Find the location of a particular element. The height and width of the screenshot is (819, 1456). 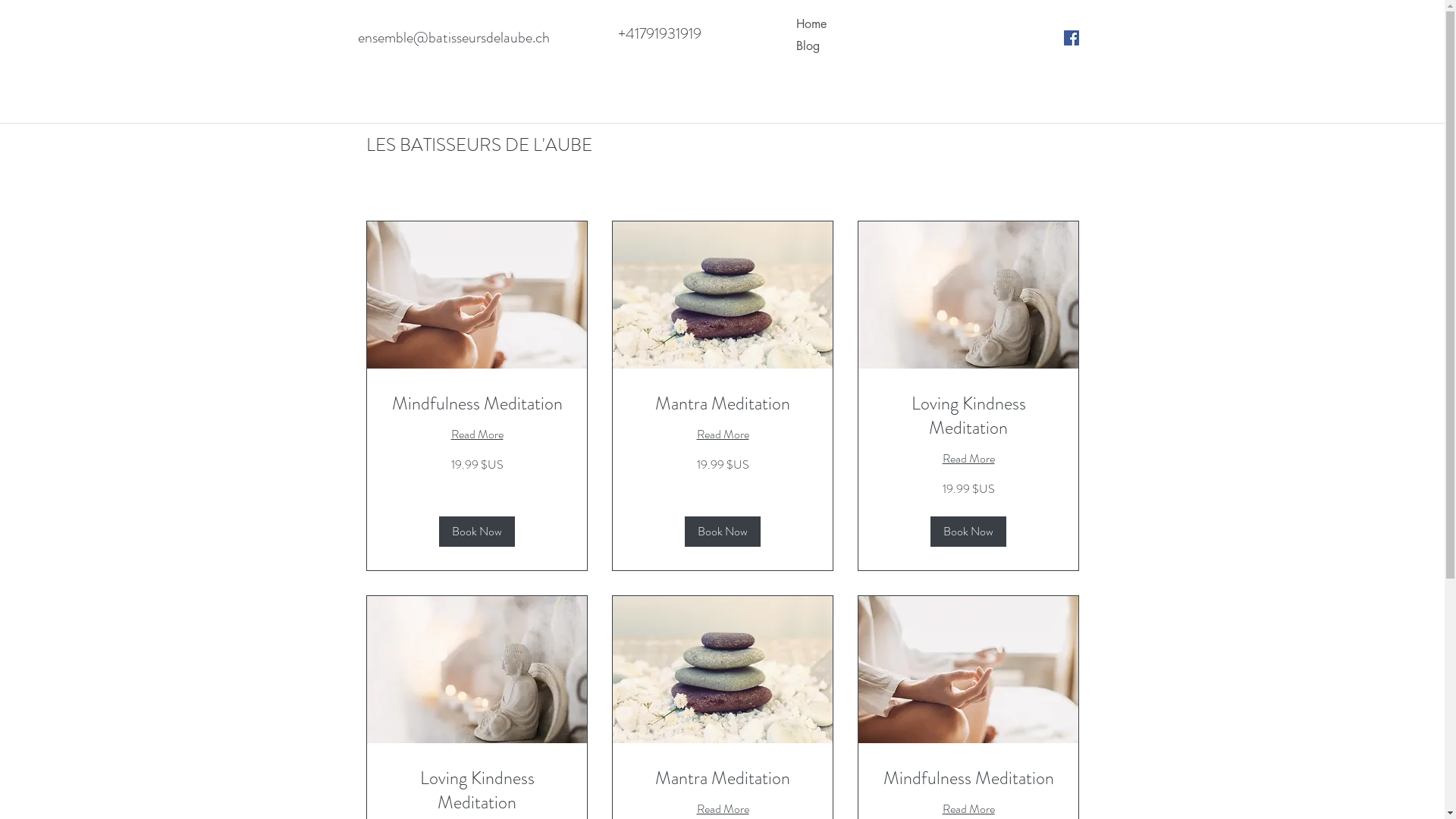

'Read More' is located at coordinates (967, 458).